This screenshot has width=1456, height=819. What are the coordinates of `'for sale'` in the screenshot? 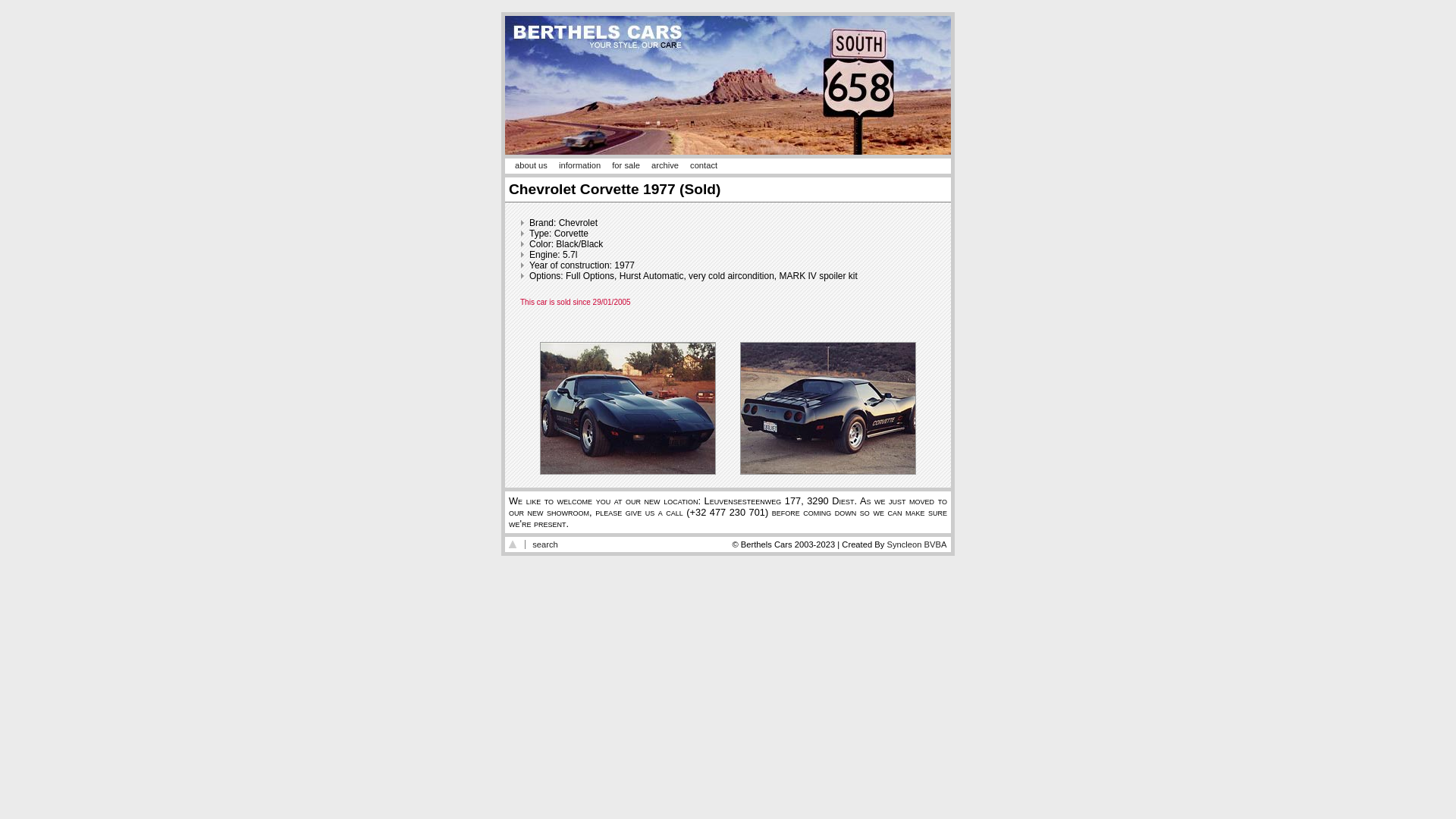 It's located at (611, 165).